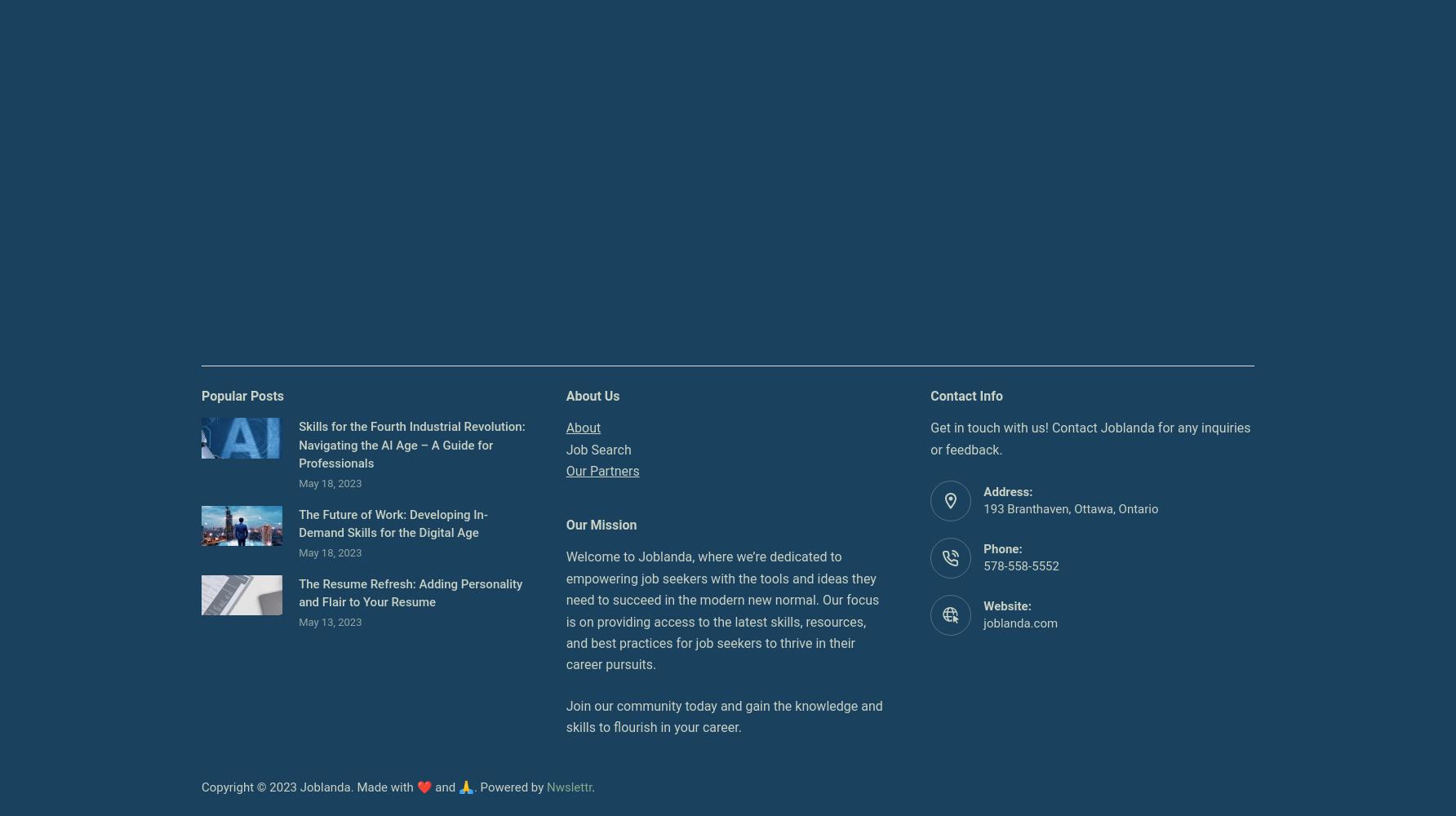  What do you see at coordinates (242, 394) in the screenshot?
I see `'Popular Posts'` at bounding box center [242, 394].